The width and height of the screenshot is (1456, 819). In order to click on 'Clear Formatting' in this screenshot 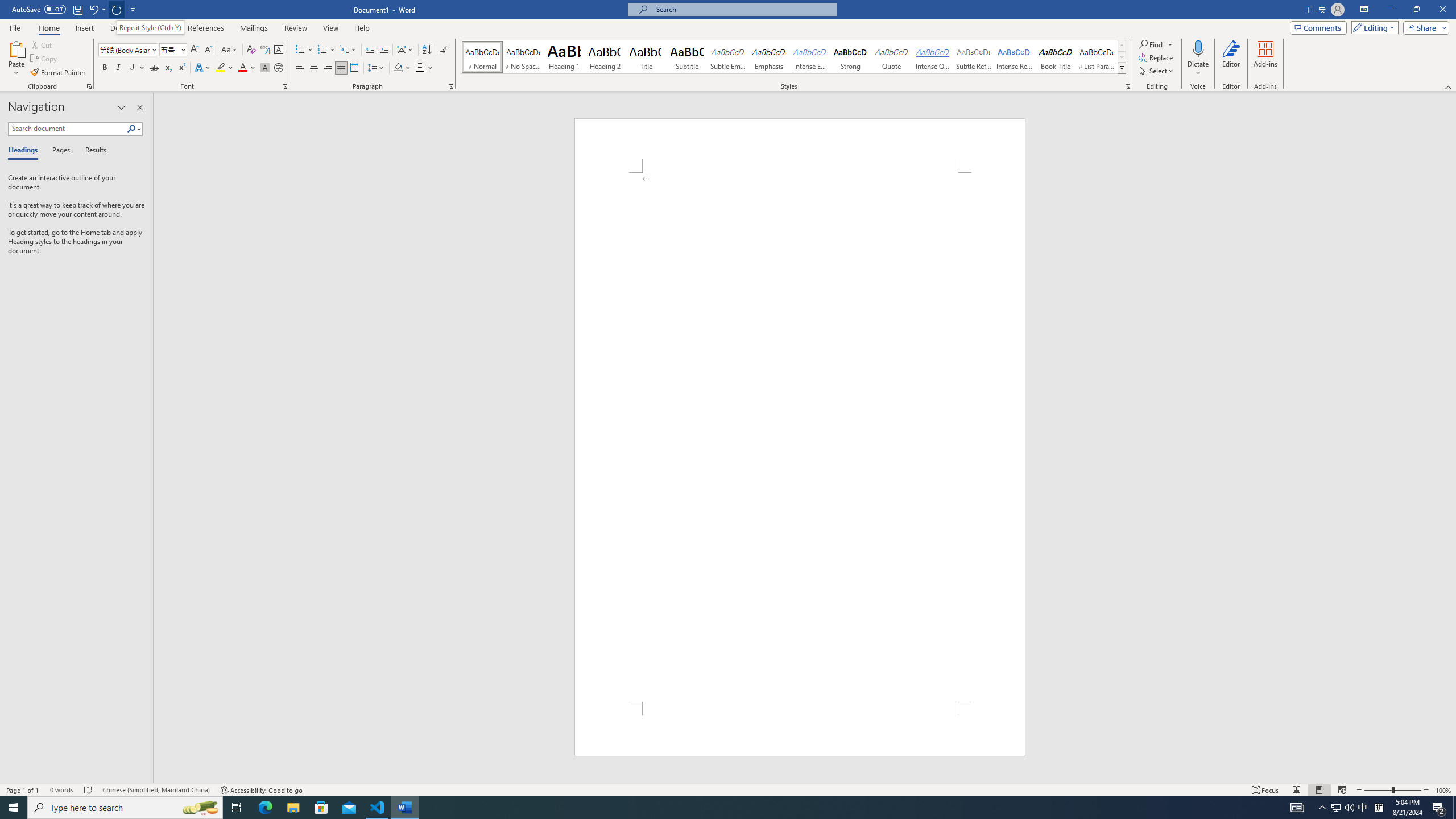, I will do `click(250, 49)`.